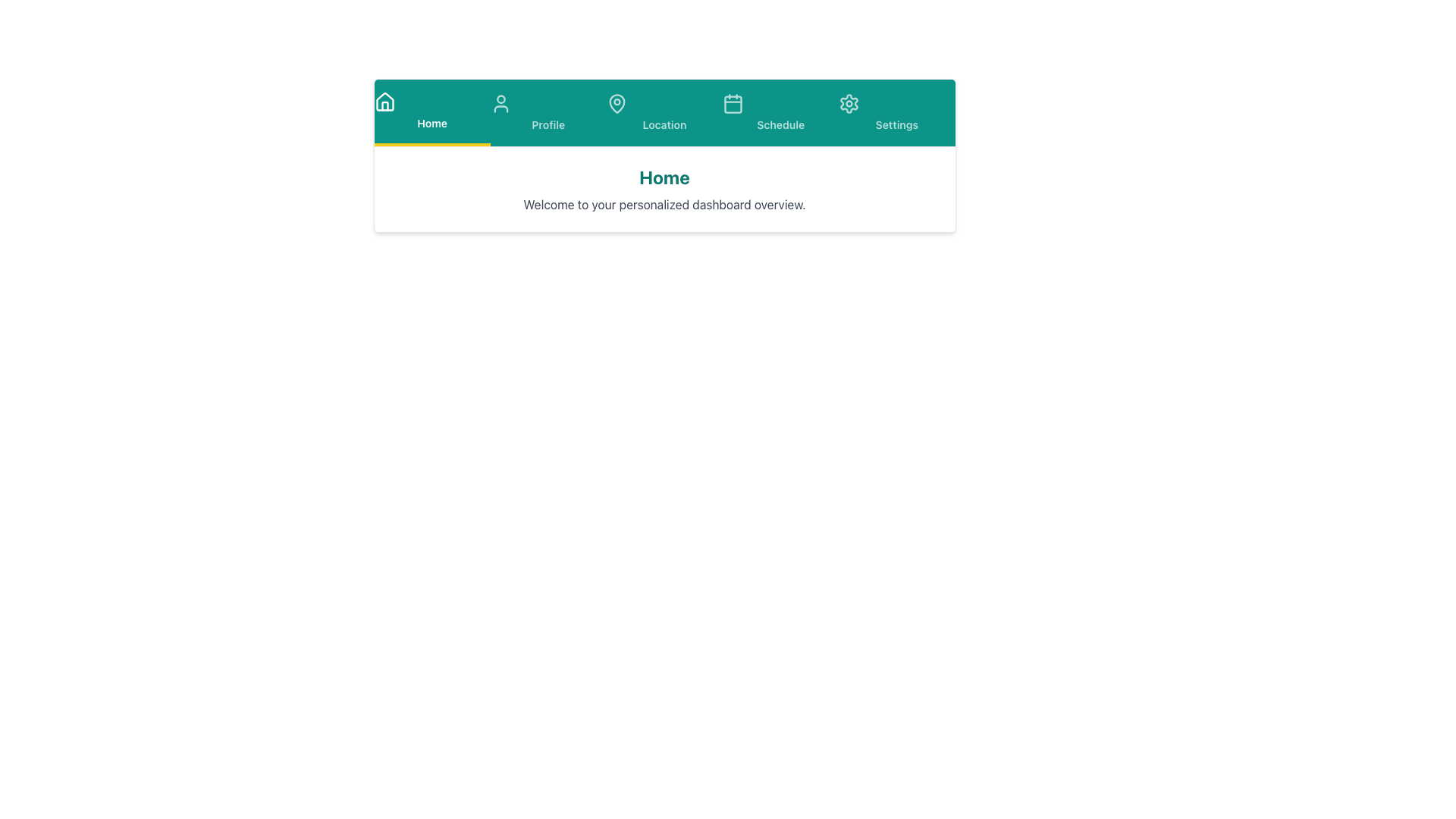 The height and width of the screenshot is (819, 1456). I want to click on the curved line or arc in the lower section of the user profile icon located in the 'Profile' tab on the top navigation bar, so click(500, 108).